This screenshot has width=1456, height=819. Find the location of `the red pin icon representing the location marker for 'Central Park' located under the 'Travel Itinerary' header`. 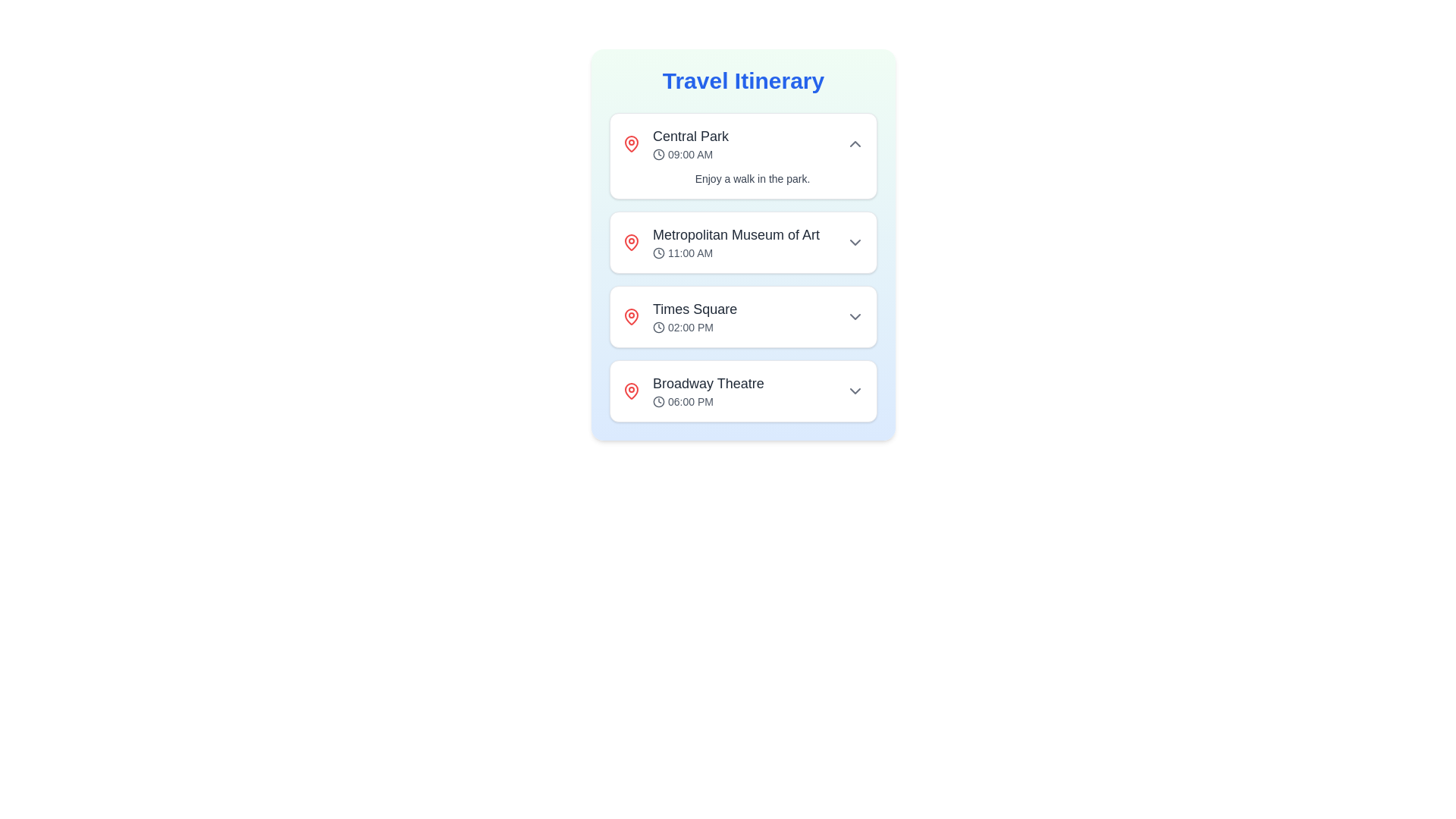

the red pin icon representing the location marker for 'Central Park' located under the 'Travel Itinerary' header is located at coordinates (632, 143).